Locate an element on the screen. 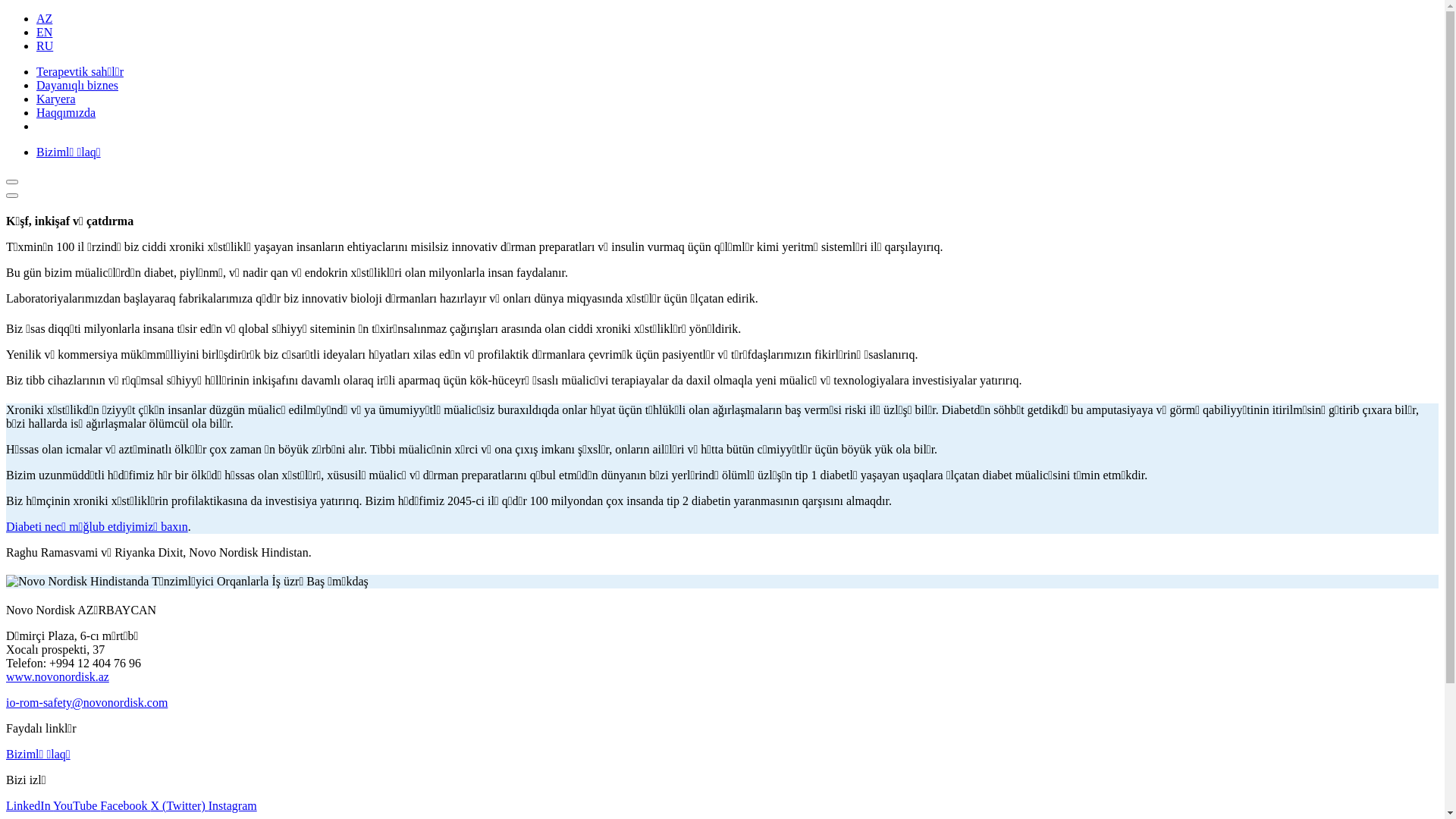  'LinkedIn' is located at coordinates (29, 805).